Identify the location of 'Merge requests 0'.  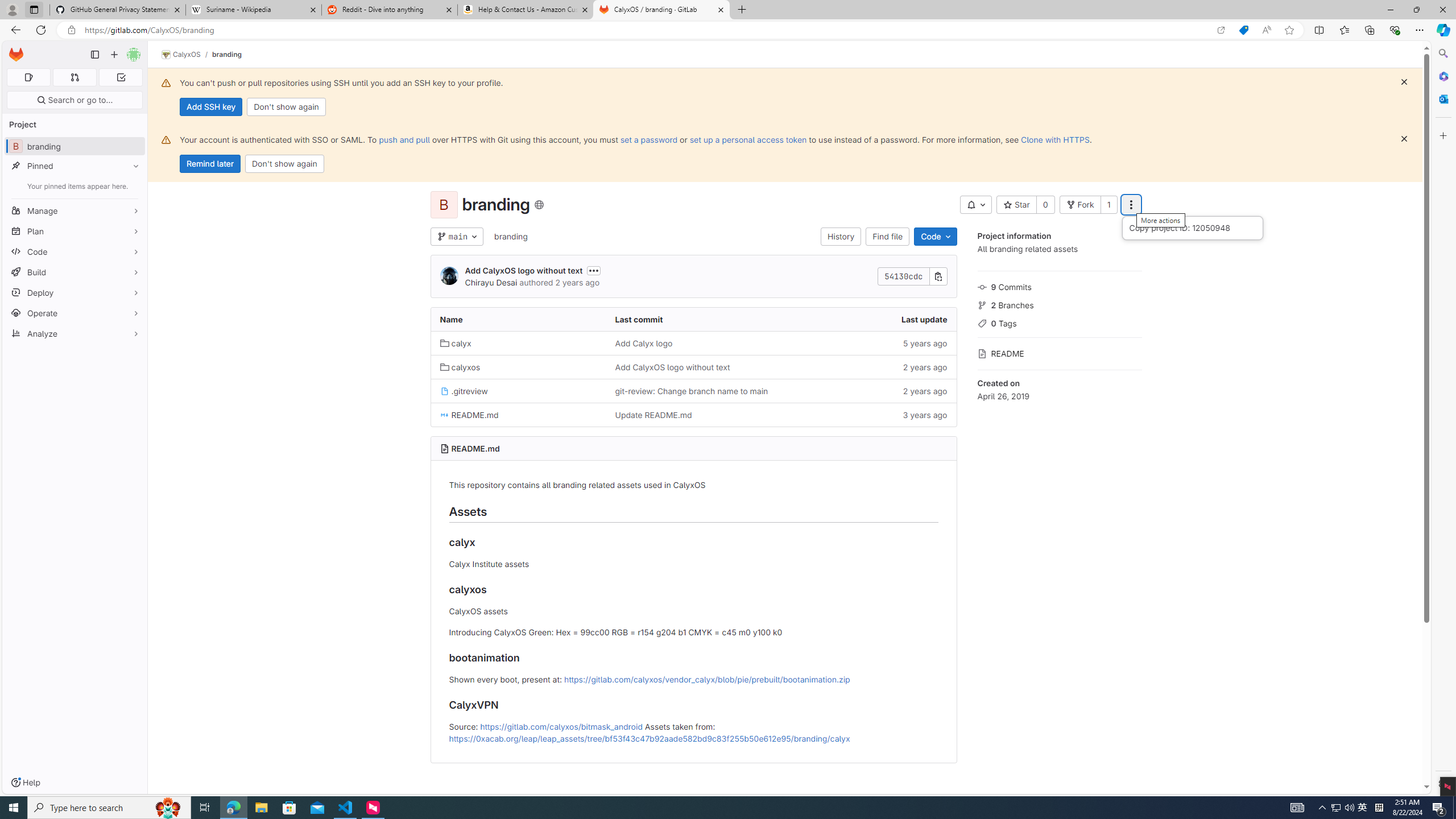
(74, 77).